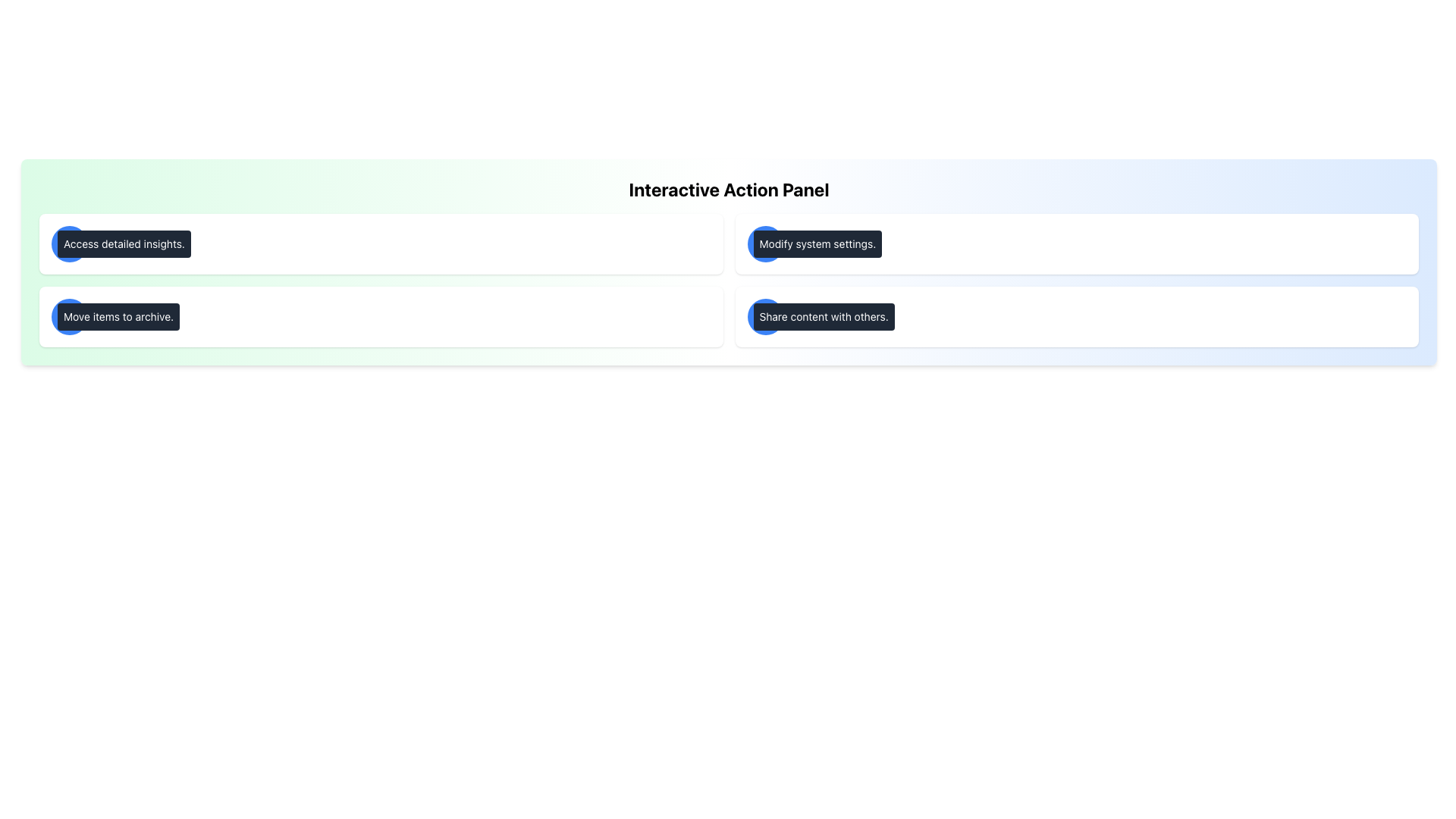  What do you see at coordinates (827, 243) in the screenshot?
I see `the text label 'Configure' which is displayed in bold gray font within the top-right card of a four-card layout, adjacent to a blue gear icon and descriptive text` at bounding box center [827, 243].